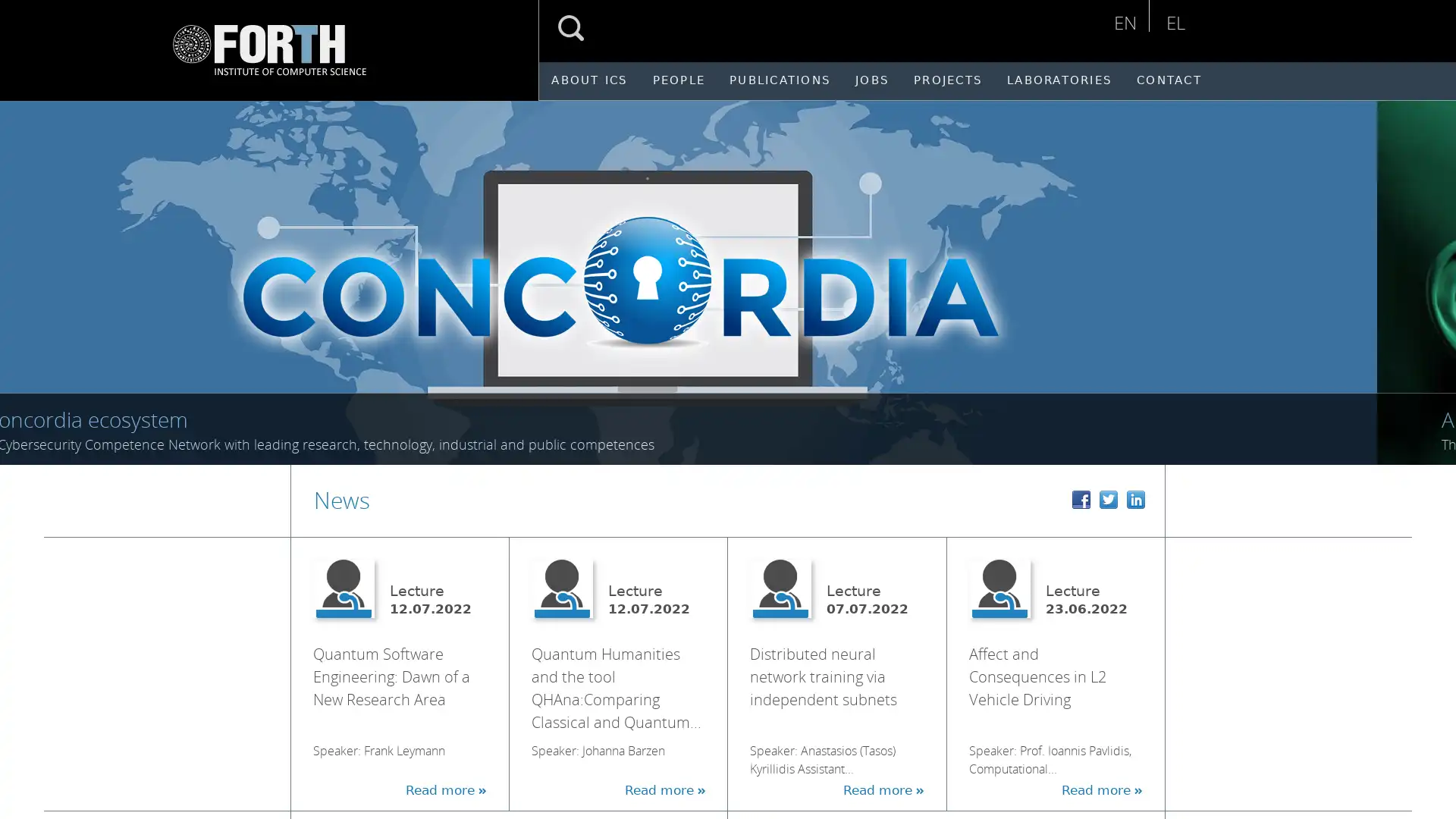 Image resolution: width=1456 pixels, height=819 pixels. I want to click on visit previous project, so click(29, 274).